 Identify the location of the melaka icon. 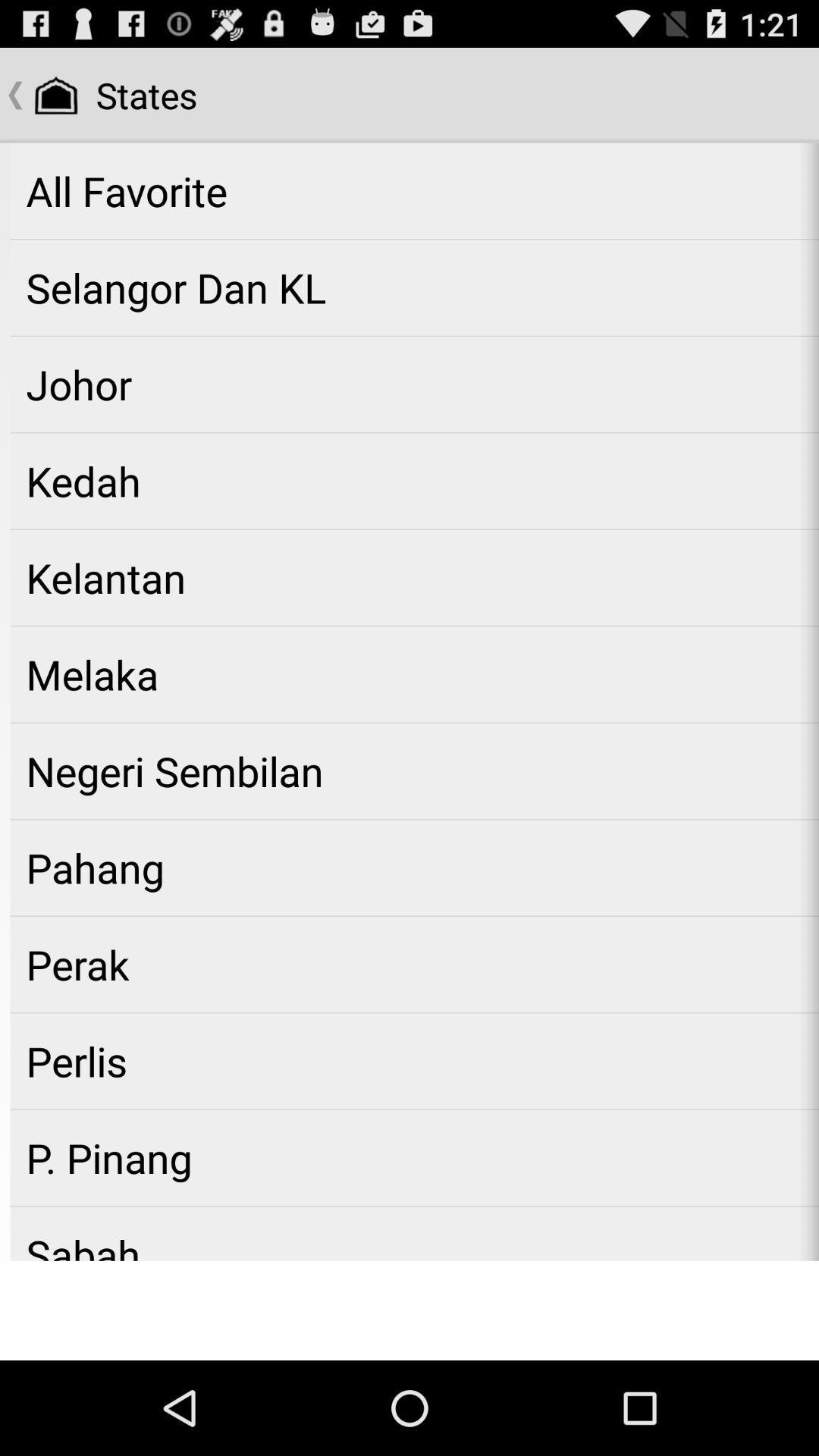
(414, 673).